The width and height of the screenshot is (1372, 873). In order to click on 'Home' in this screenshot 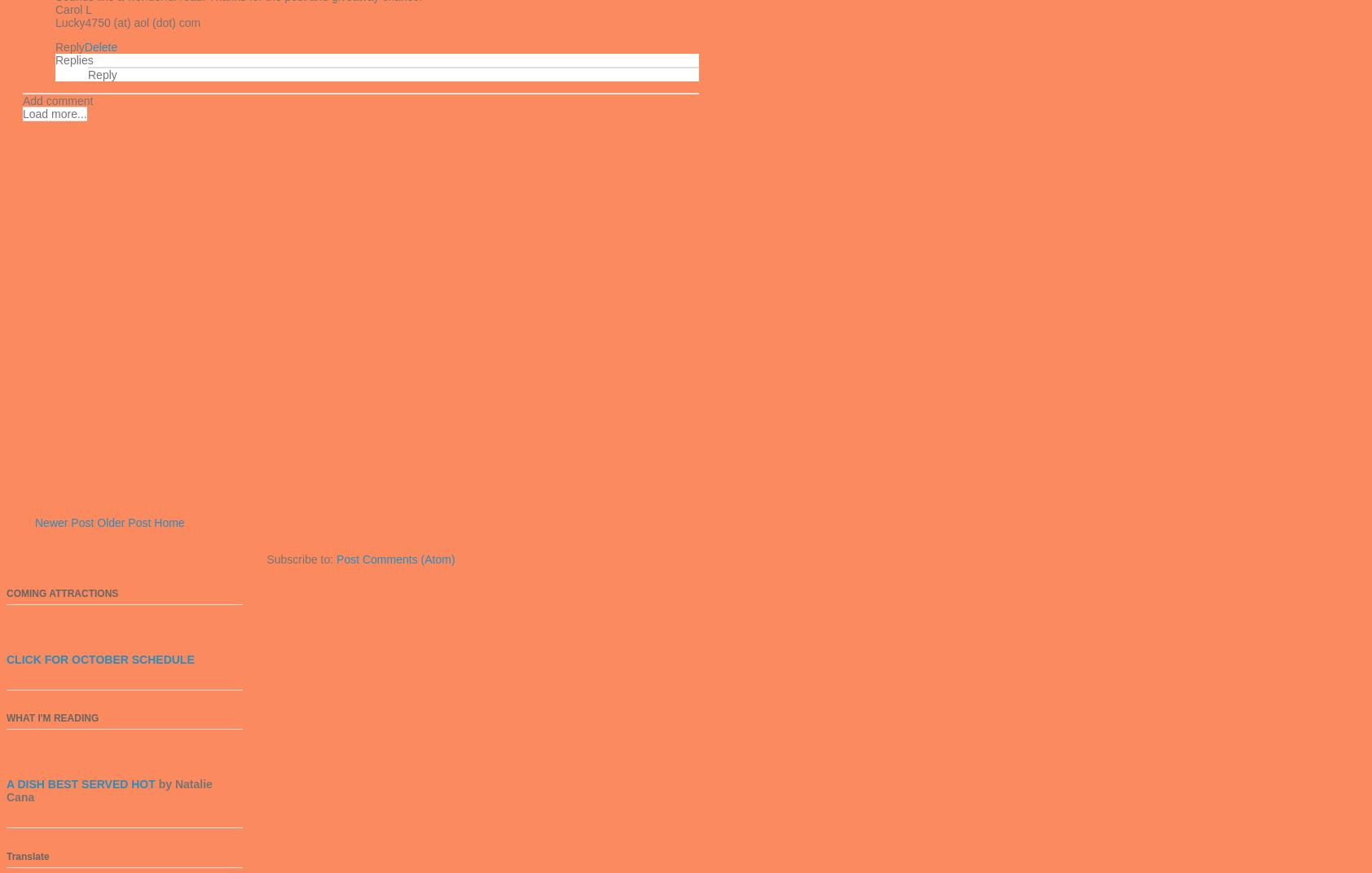, I will do `click(168, 523)`.